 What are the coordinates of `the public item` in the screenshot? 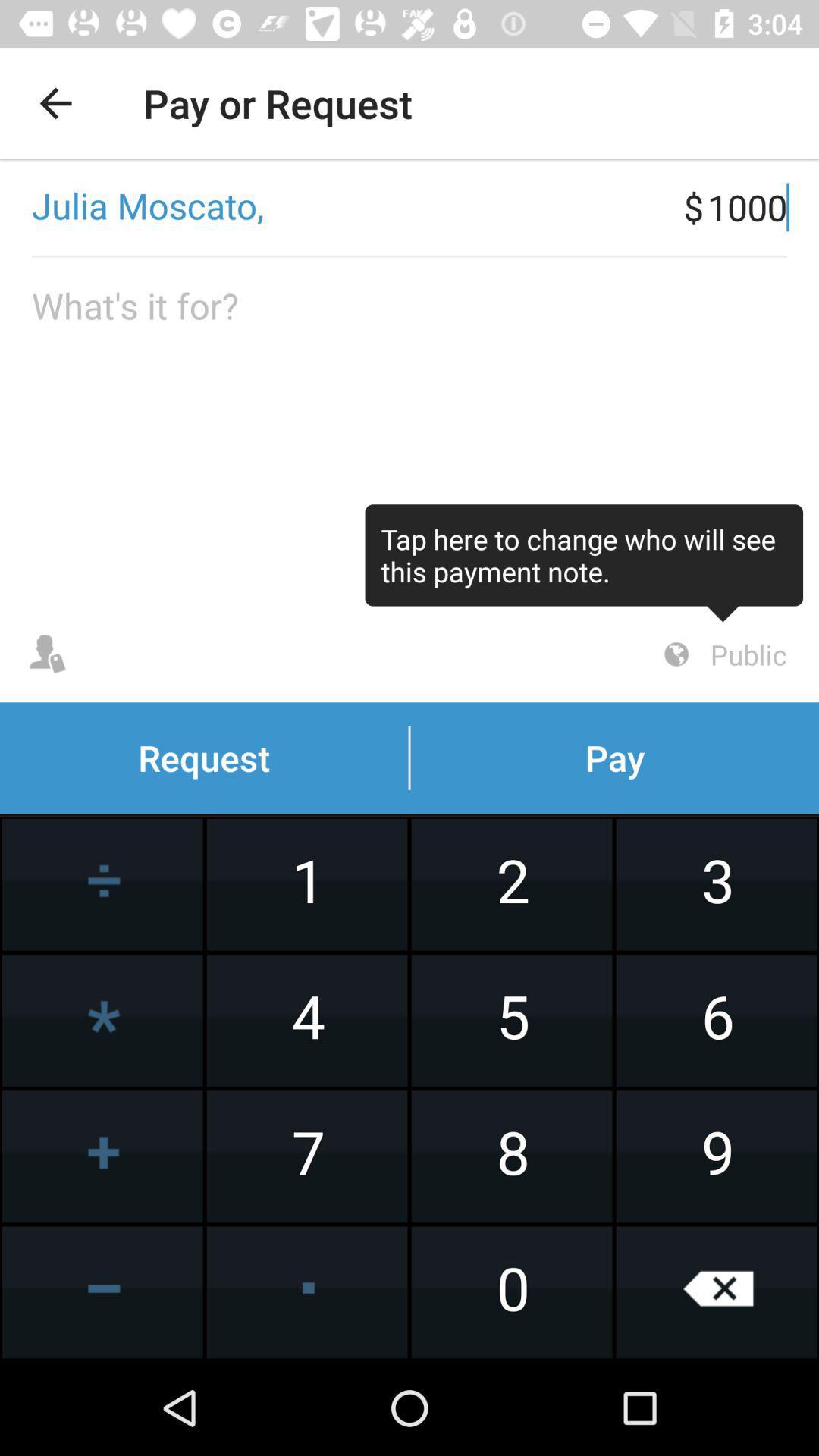 It's located at (722, 654).